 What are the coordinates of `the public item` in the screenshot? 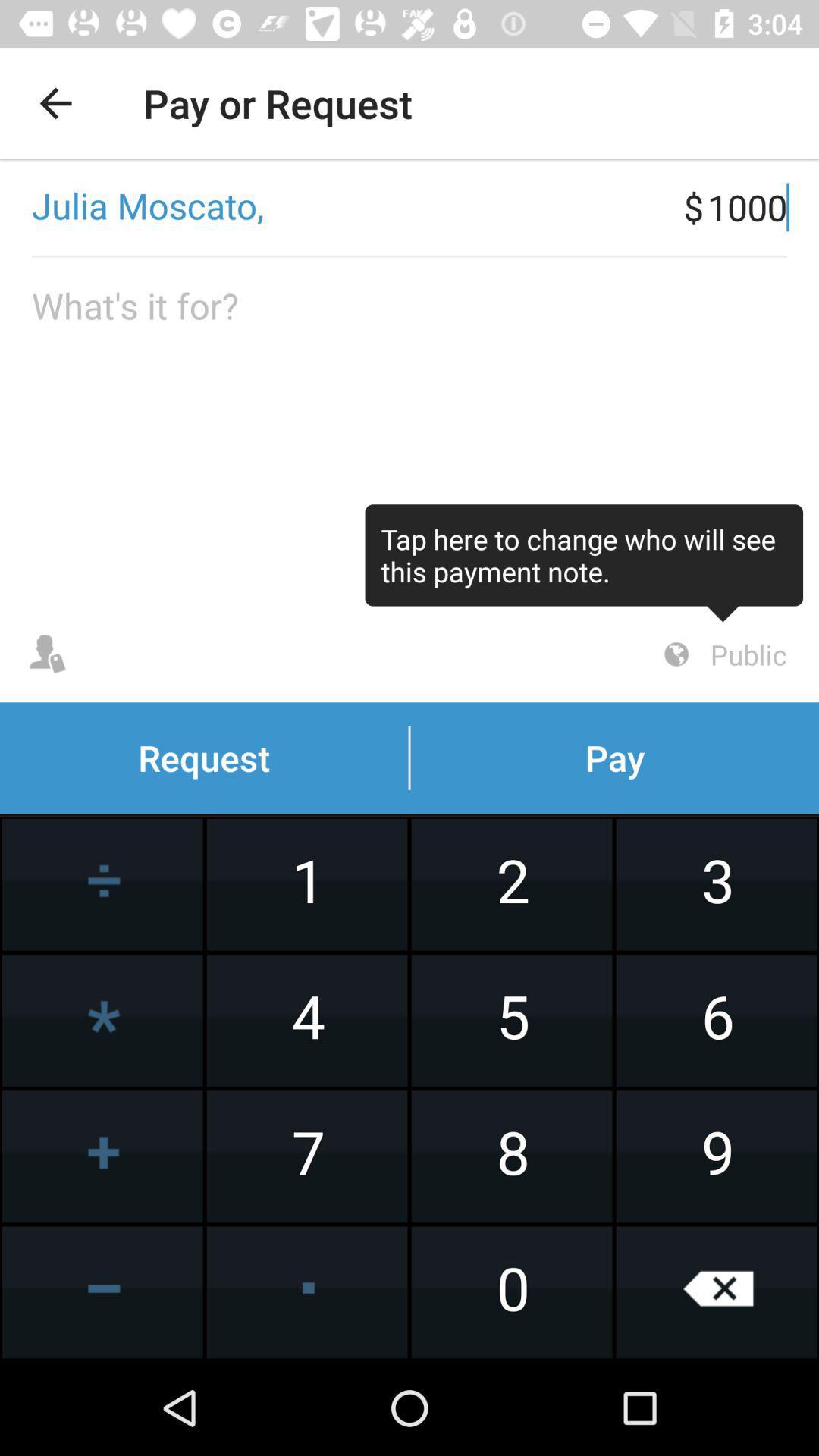 It's located at (722, 654).